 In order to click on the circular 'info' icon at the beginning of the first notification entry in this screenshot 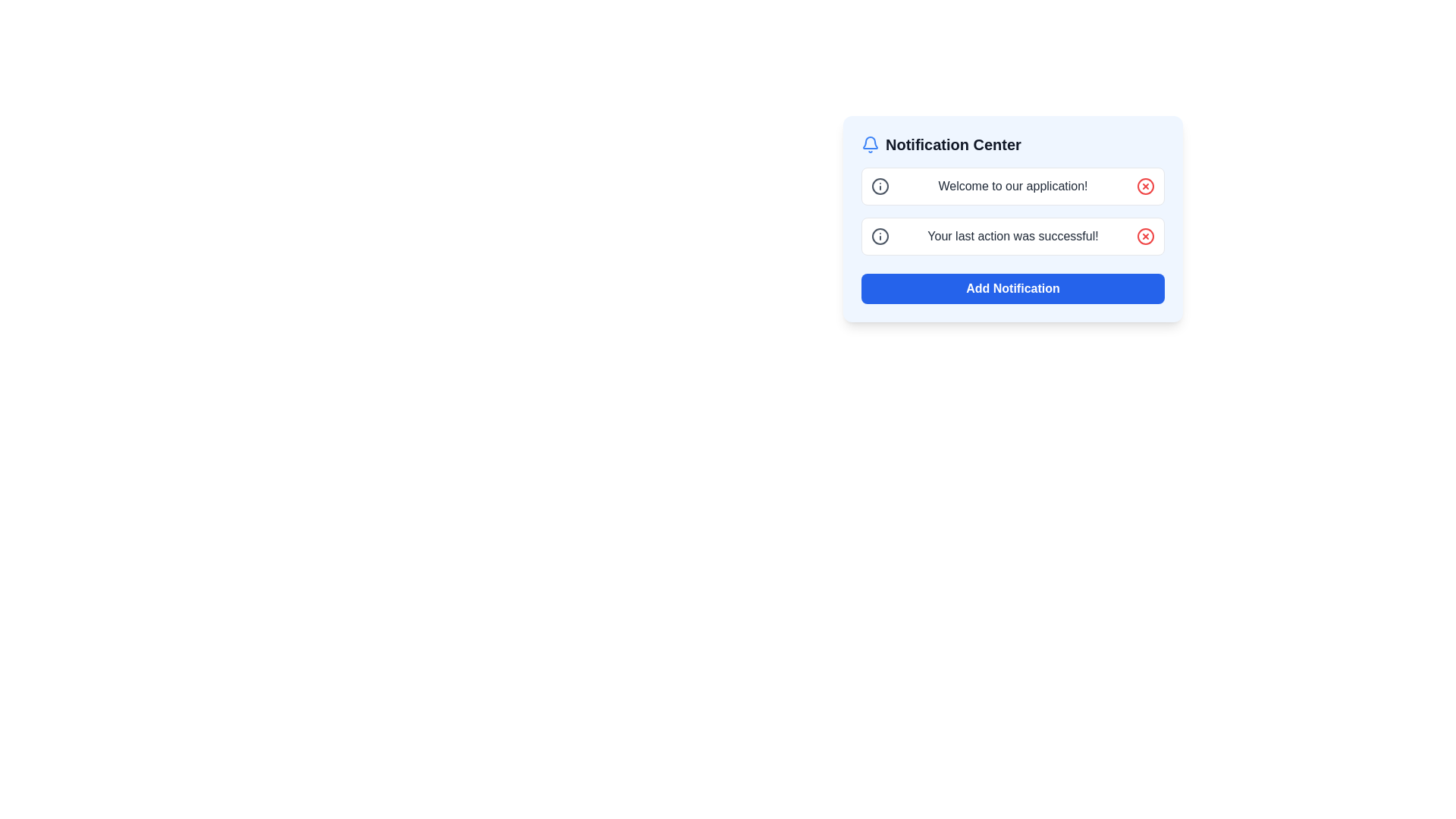, I will do `click(880, 186)`.